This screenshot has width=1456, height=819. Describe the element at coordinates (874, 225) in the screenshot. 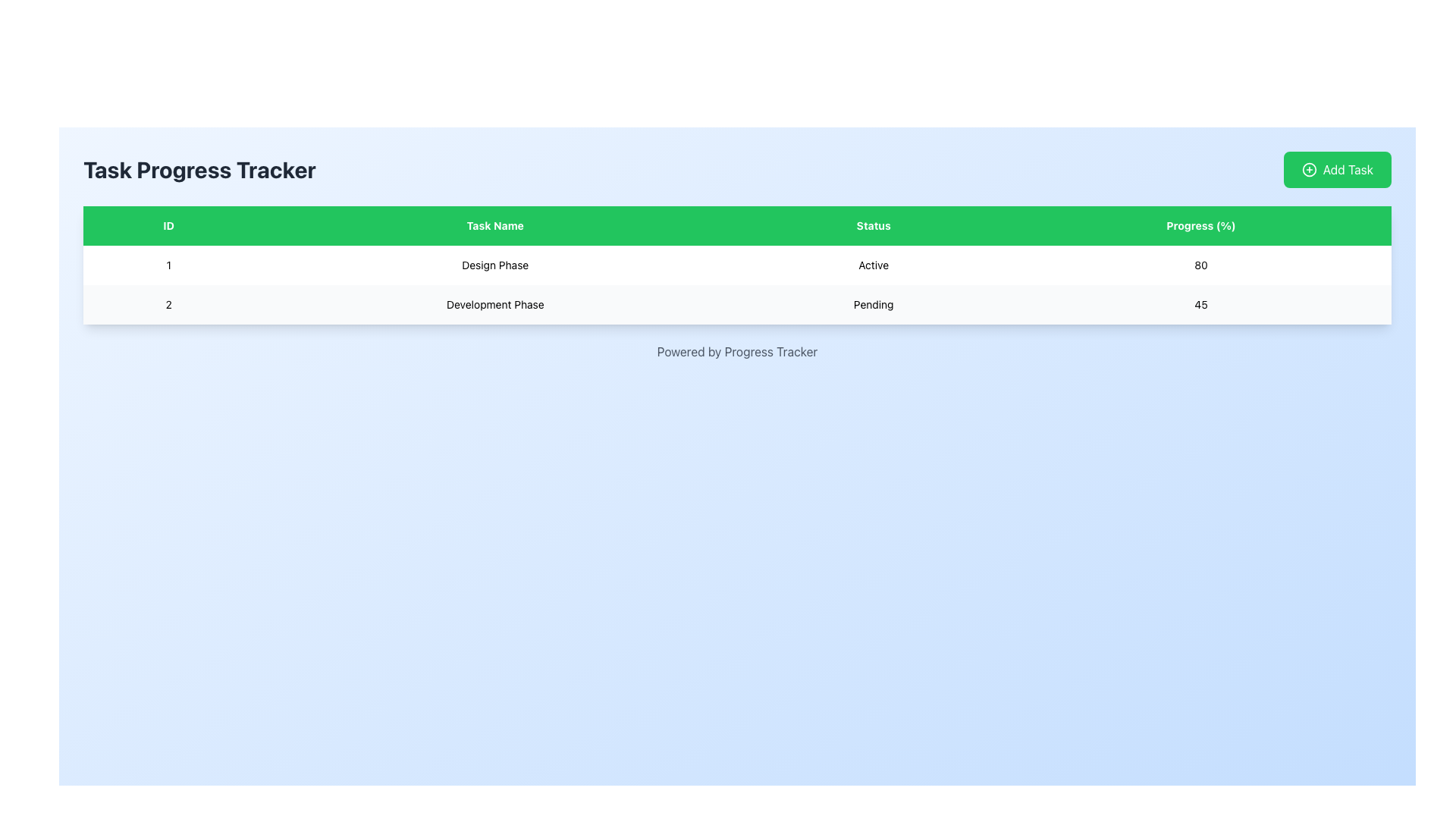

I see `the 'Status' header label in the data table to highlight its column` at that location.